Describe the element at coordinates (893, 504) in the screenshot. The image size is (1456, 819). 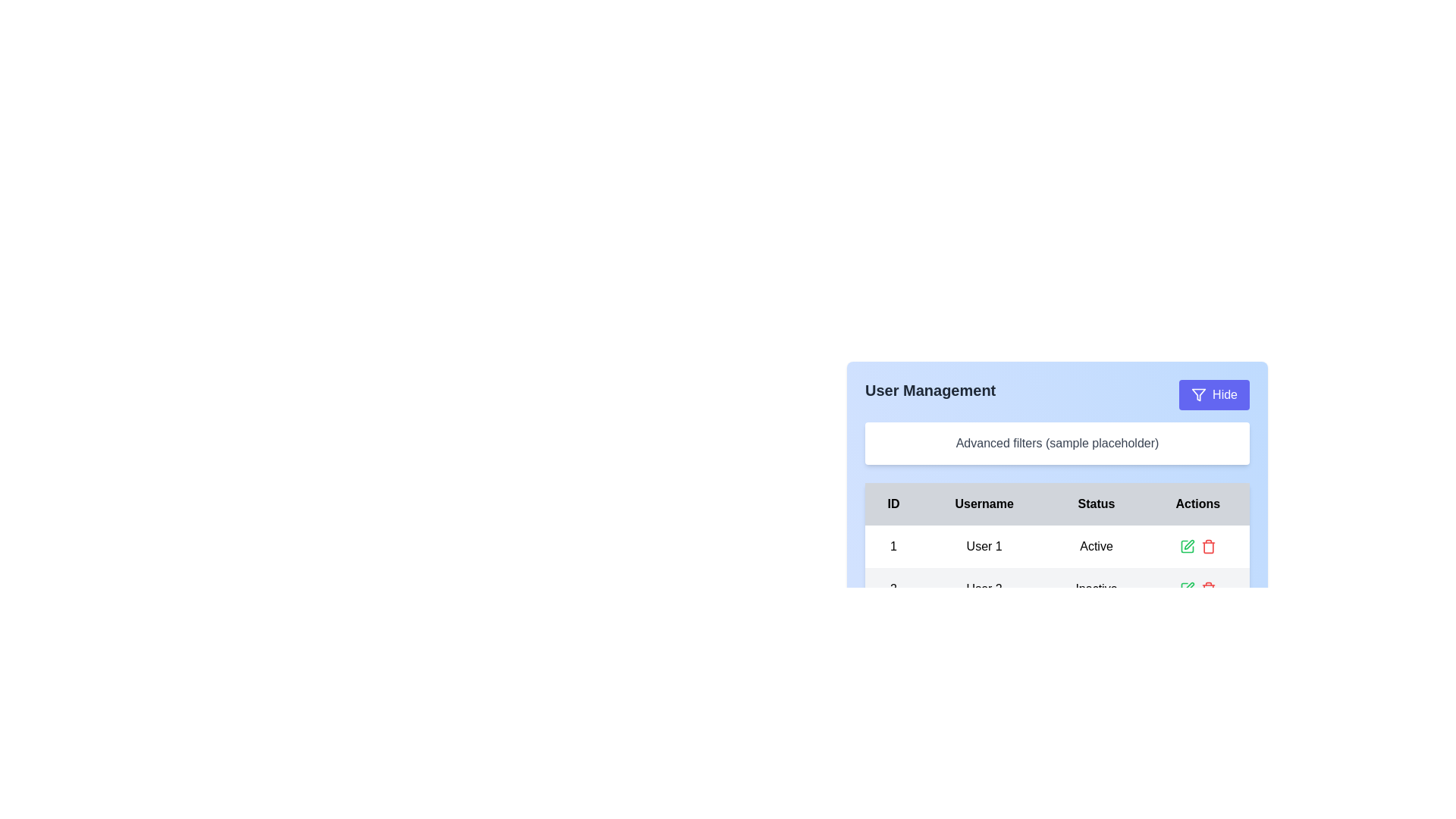
I see `the 'ID' column header, which is a bold black text on a light gray background located at the leftmost side of the table header row` at that location.